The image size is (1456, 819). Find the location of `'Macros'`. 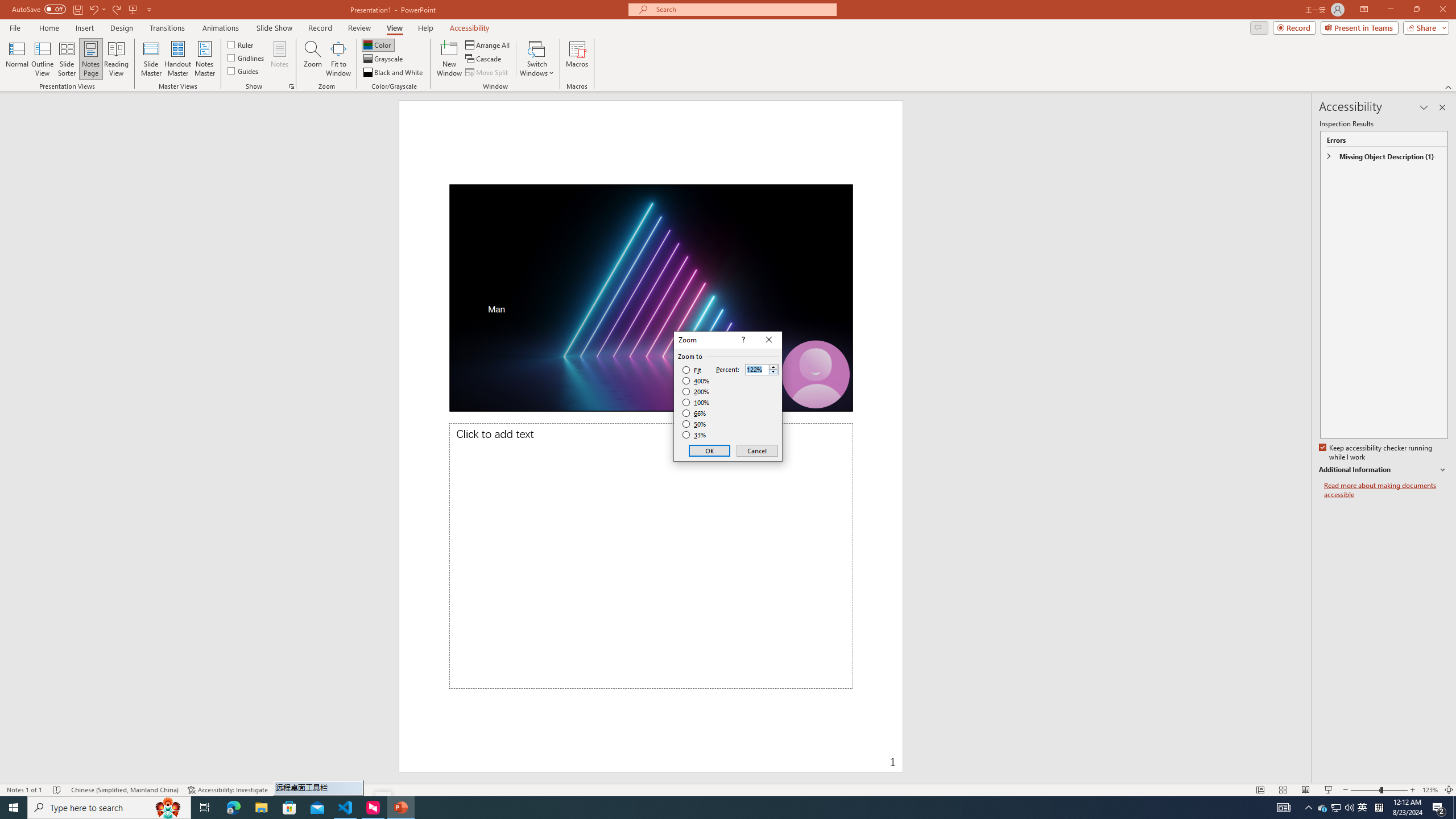

'Macros' is located at coordinates (577, 59).